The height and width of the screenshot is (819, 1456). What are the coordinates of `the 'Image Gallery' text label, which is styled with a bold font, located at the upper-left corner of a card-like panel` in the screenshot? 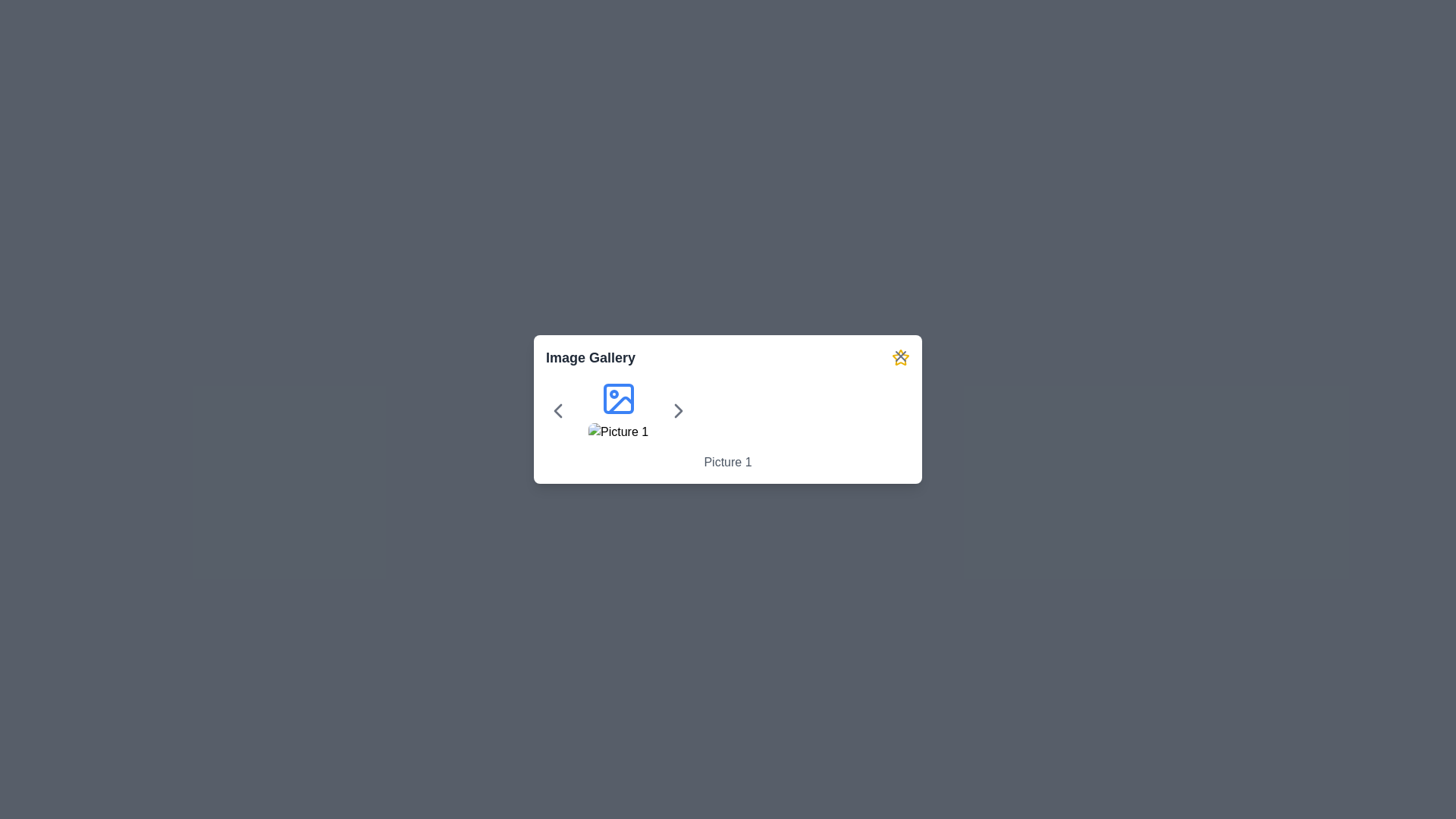 It's located at (589, 357).